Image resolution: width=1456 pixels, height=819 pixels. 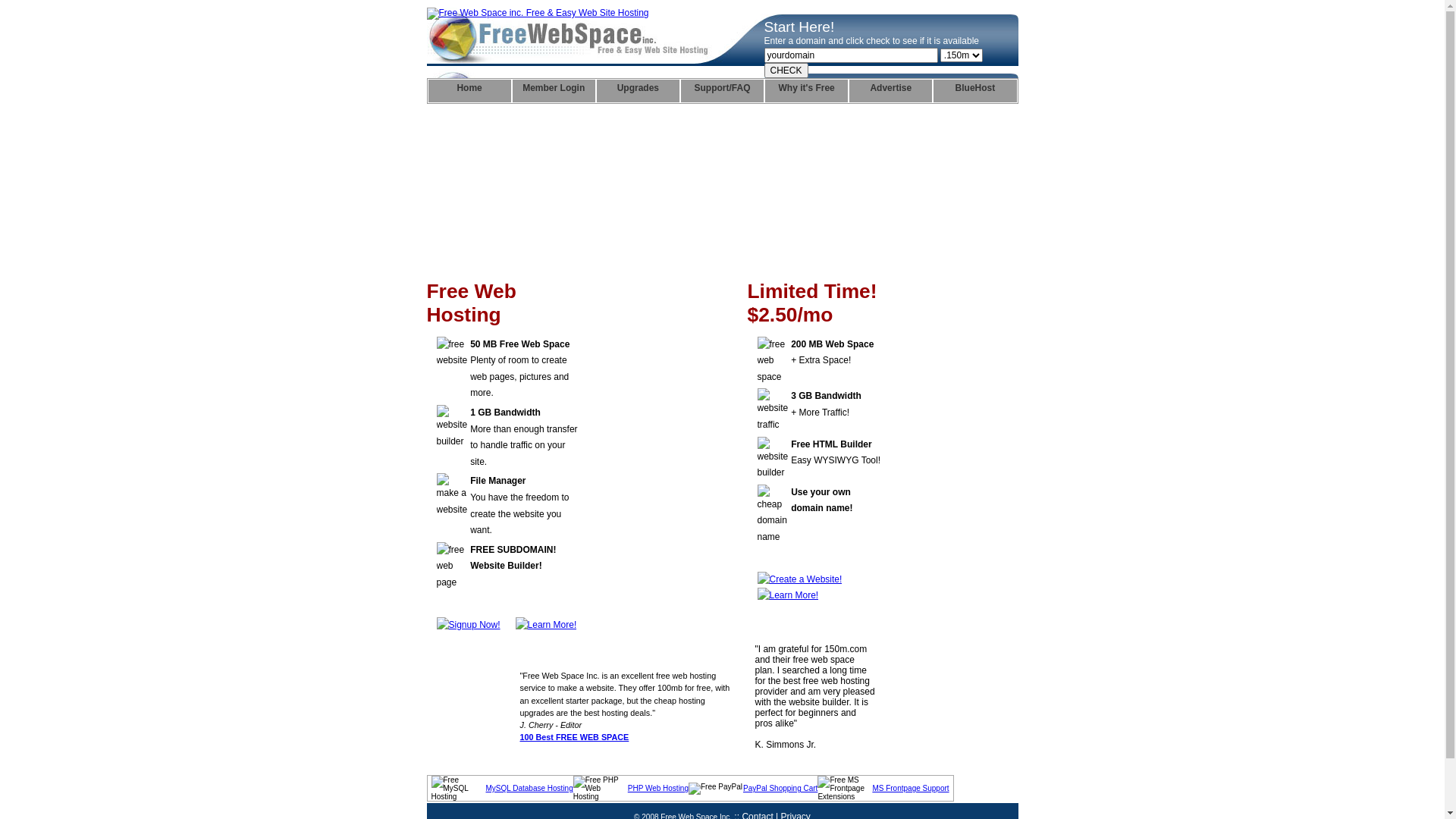 What do you see at coordinates (721, 90) in the screenshot?
I see `'Support/FAQ'` at bounding box center [721, 90].